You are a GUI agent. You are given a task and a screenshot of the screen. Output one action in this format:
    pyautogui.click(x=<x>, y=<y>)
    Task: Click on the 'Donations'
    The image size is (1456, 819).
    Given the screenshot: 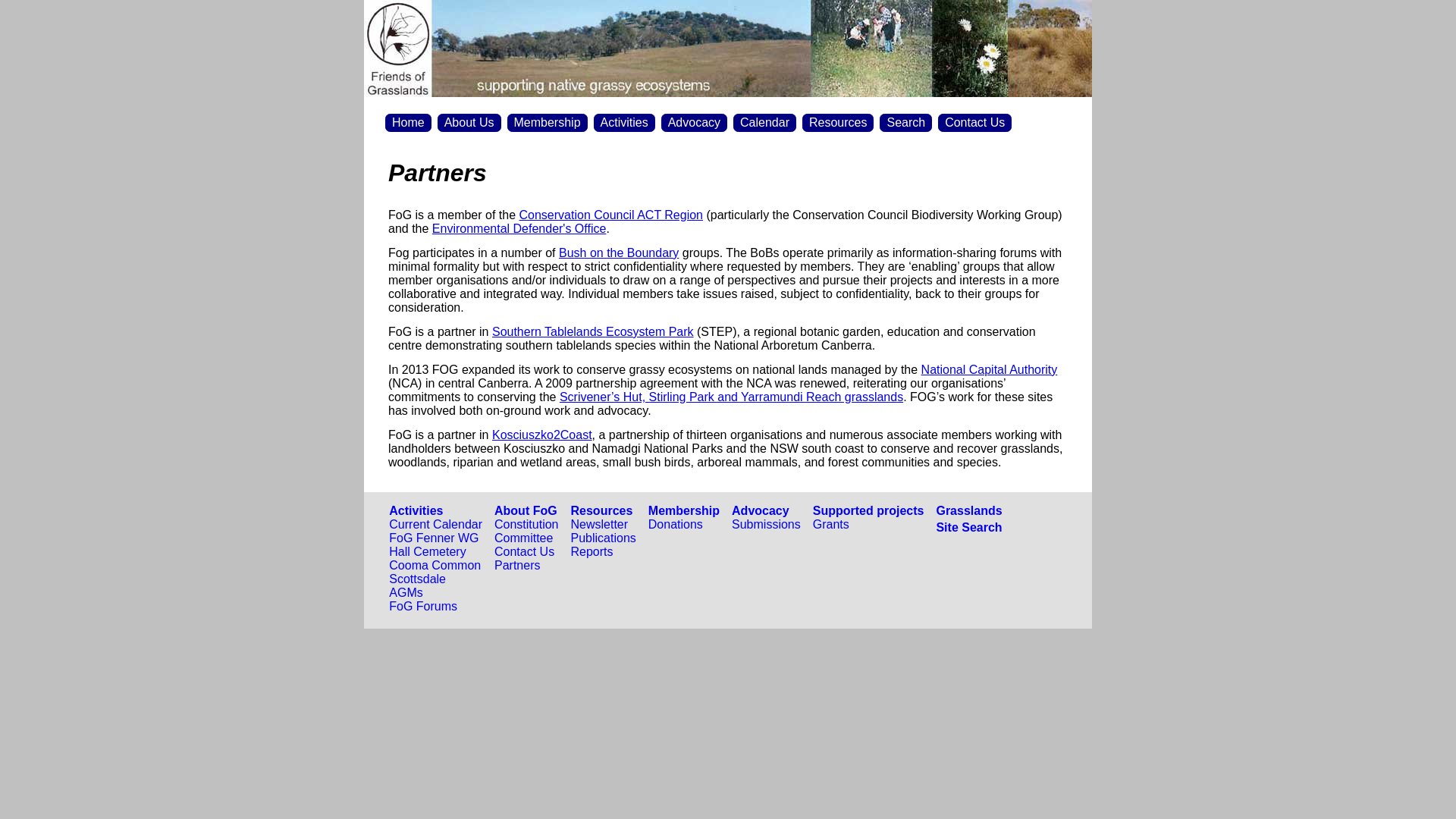 What is the action you would take?
    pyautogui.click(x=648, y=523)
    